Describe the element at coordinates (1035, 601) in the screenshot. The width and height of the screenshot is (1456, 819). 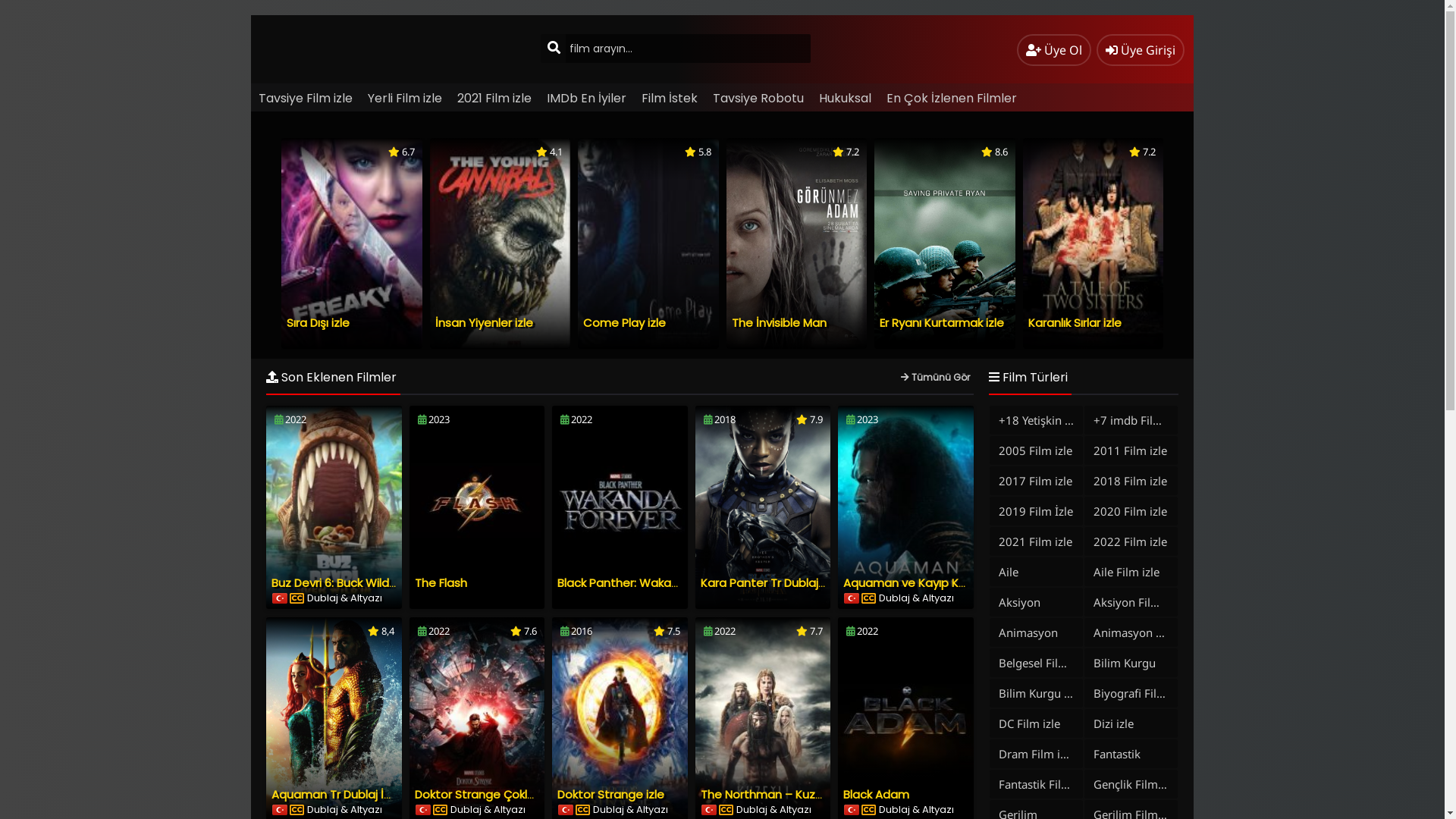
I see `'Aksiyon'` at that location.